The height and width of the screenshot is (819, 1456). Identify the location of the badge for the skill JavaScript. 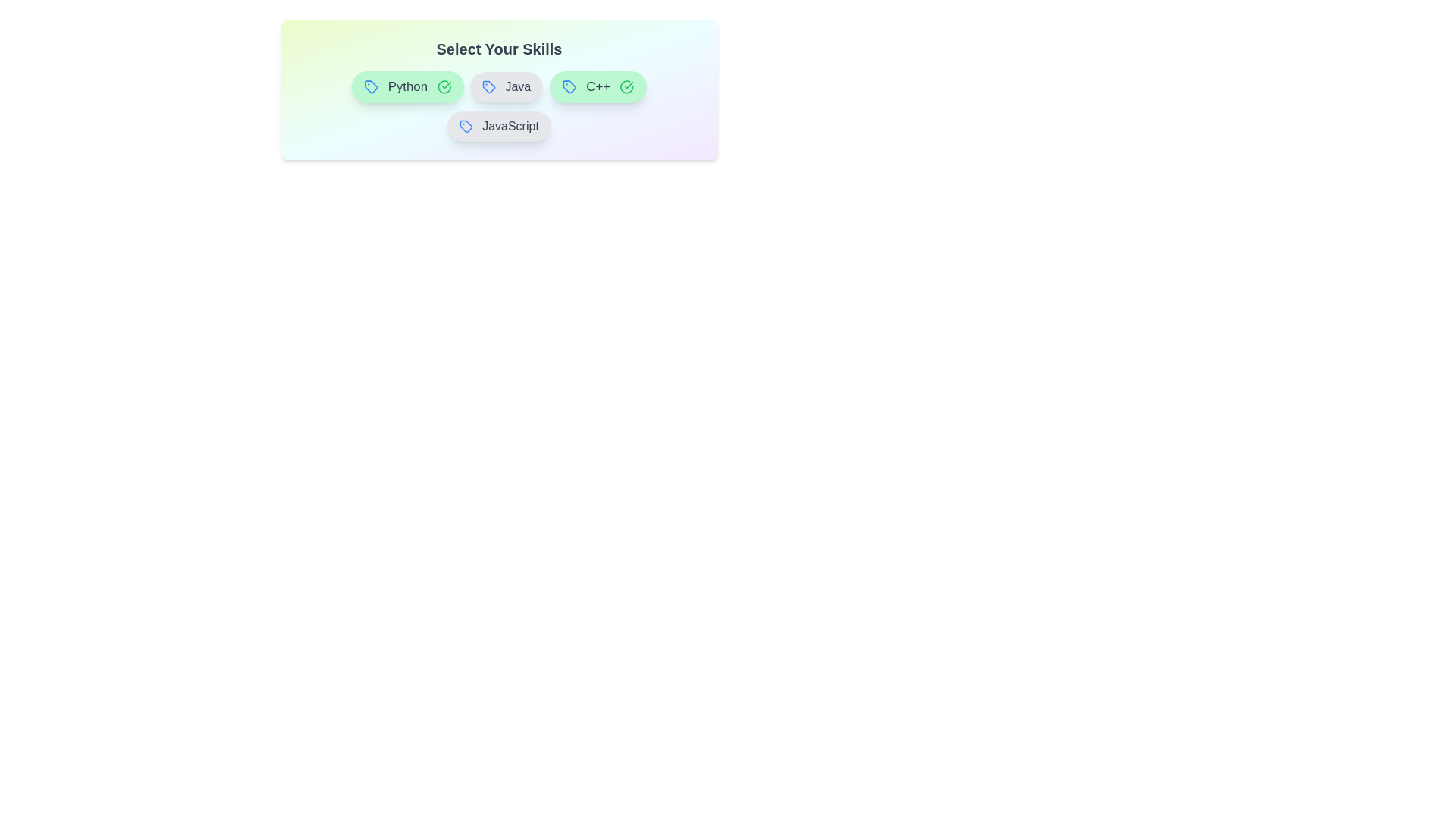
(498, 125).